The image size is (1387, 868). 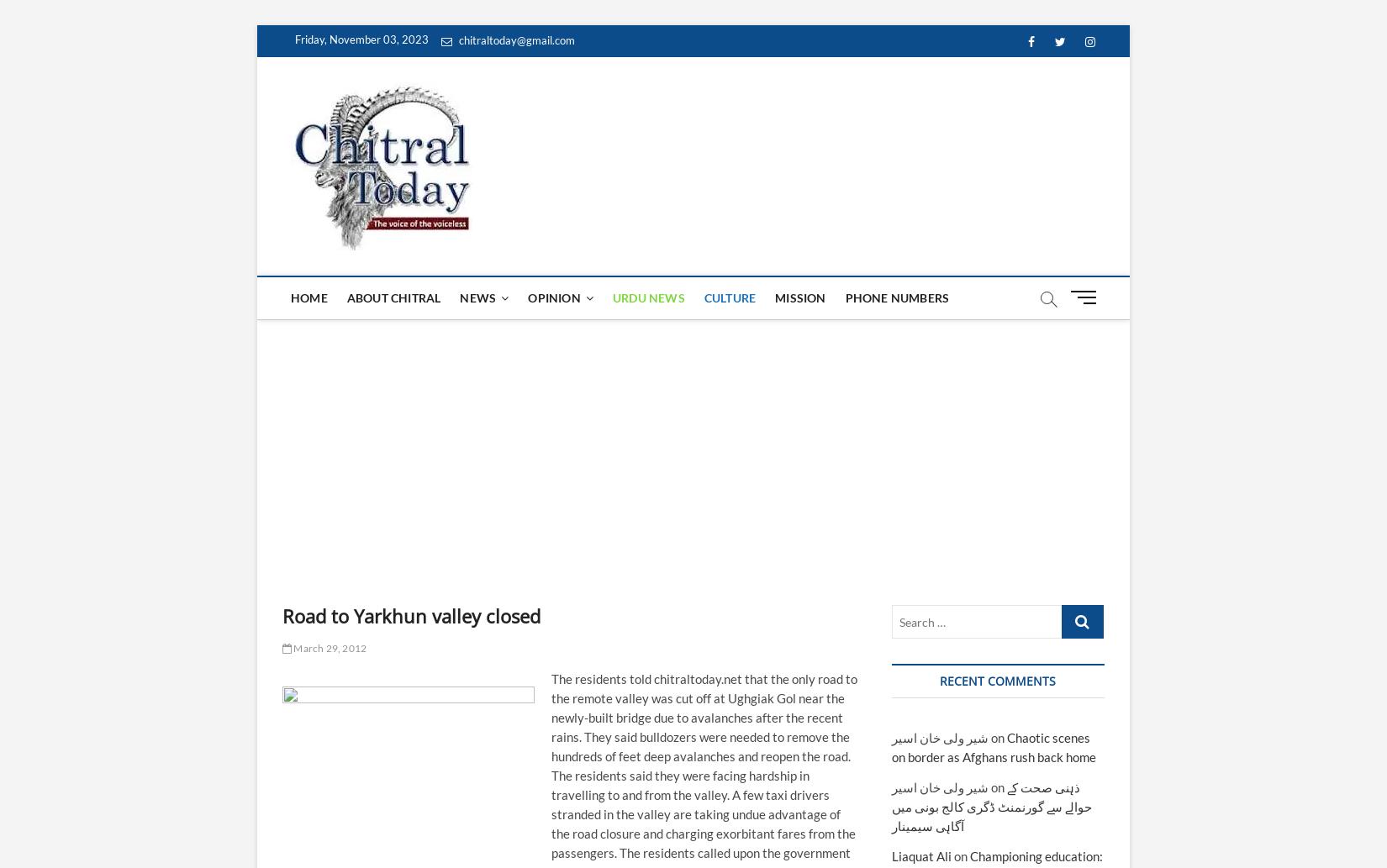 What do you see at coordinates (890, 745) in the screenshot?
I see `'Chaotic scenes on border as Afghans rush back home'` at bounding box center [890, 745].